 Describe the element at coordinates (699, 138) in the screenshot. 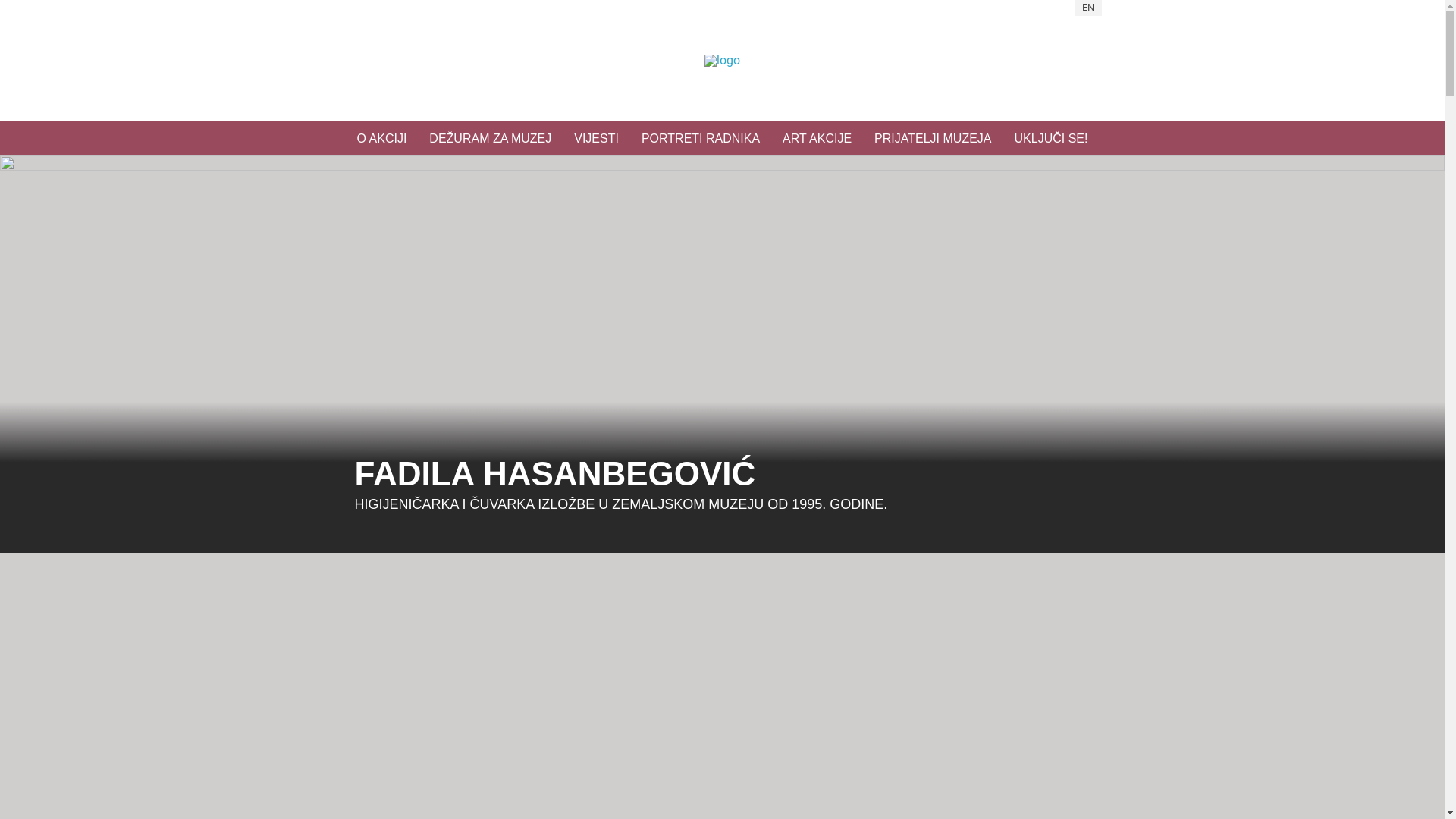

I see `'PORTRETI RADNIKA'` at that location.